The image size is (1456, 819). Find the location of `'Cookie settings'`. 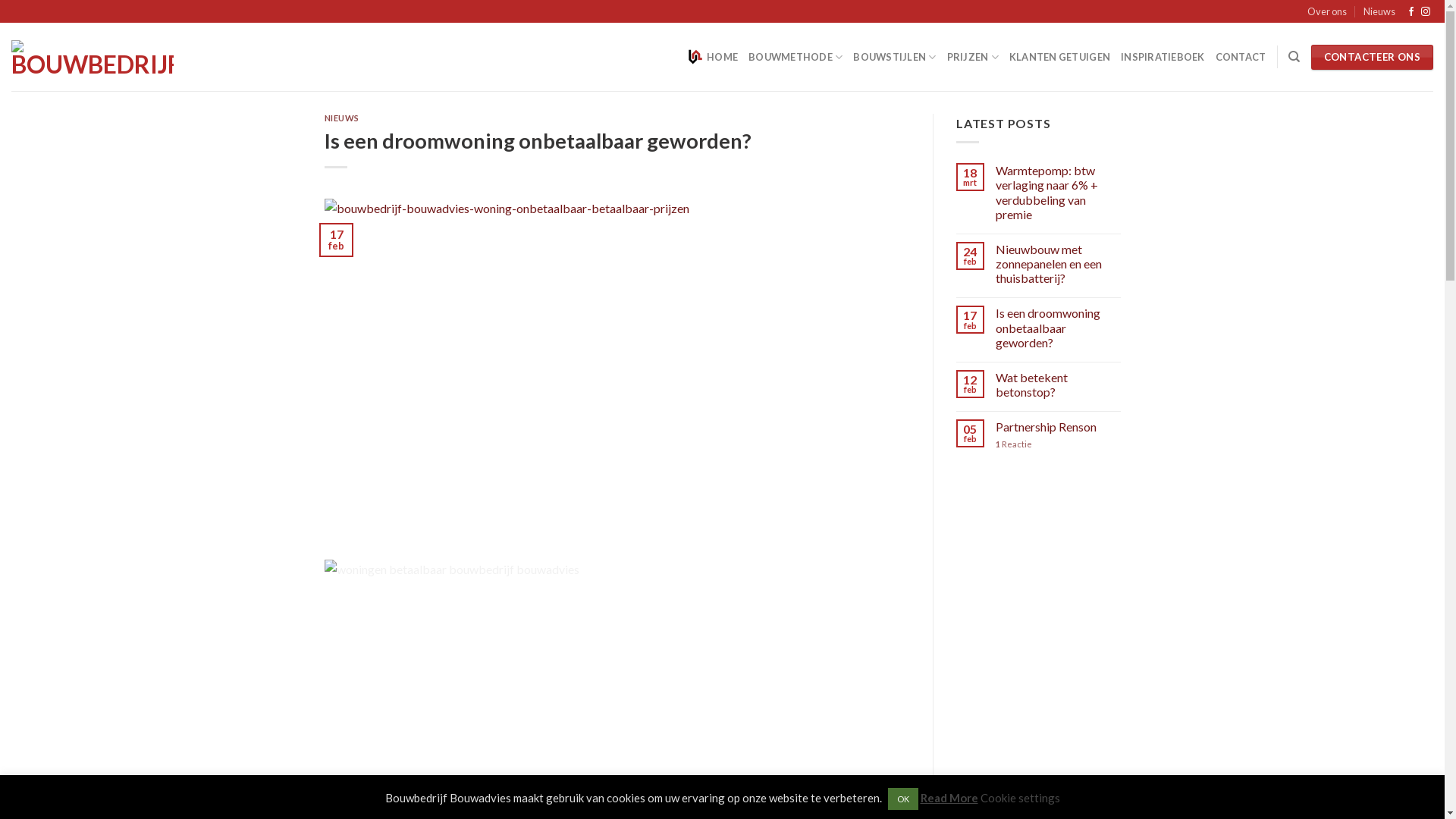

'Cookie settings' is located at coordinates (1019, 797).